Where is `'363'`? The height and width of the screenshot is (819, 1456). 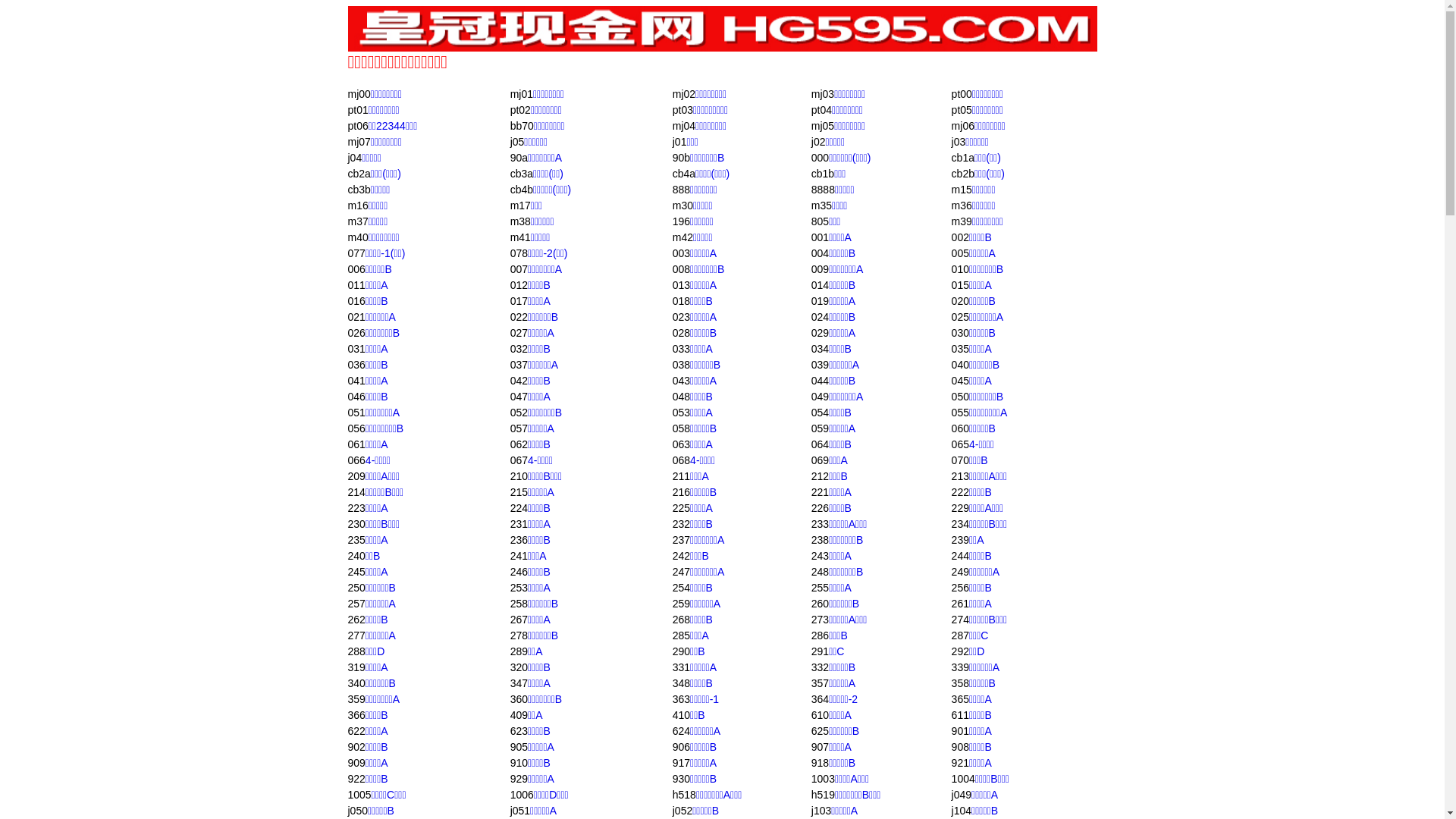
'363' is located at coordinates (680, 698).